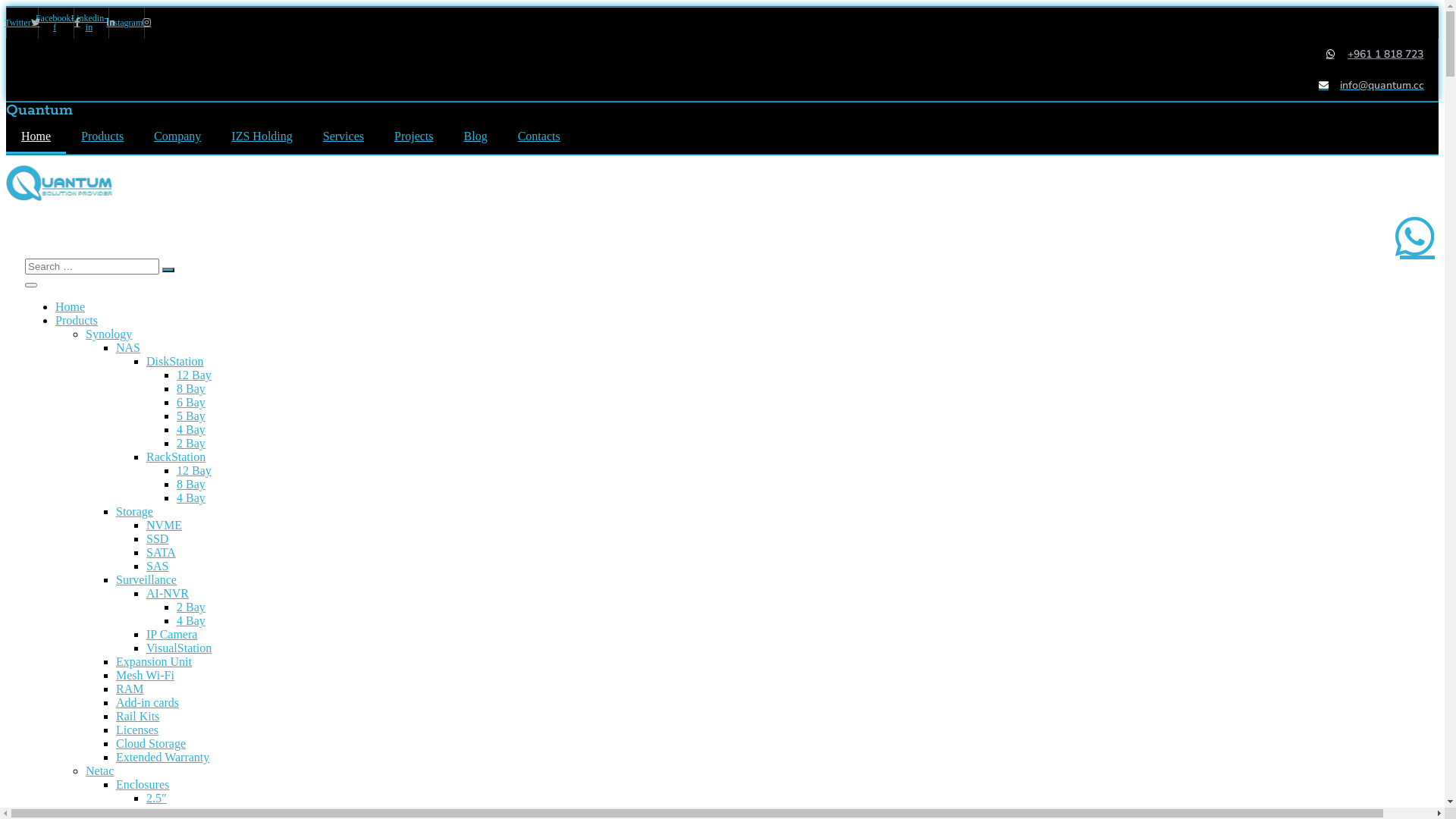 The image size is (1456, 819). I want to click on 'IZS Holding', so click(262, 136).